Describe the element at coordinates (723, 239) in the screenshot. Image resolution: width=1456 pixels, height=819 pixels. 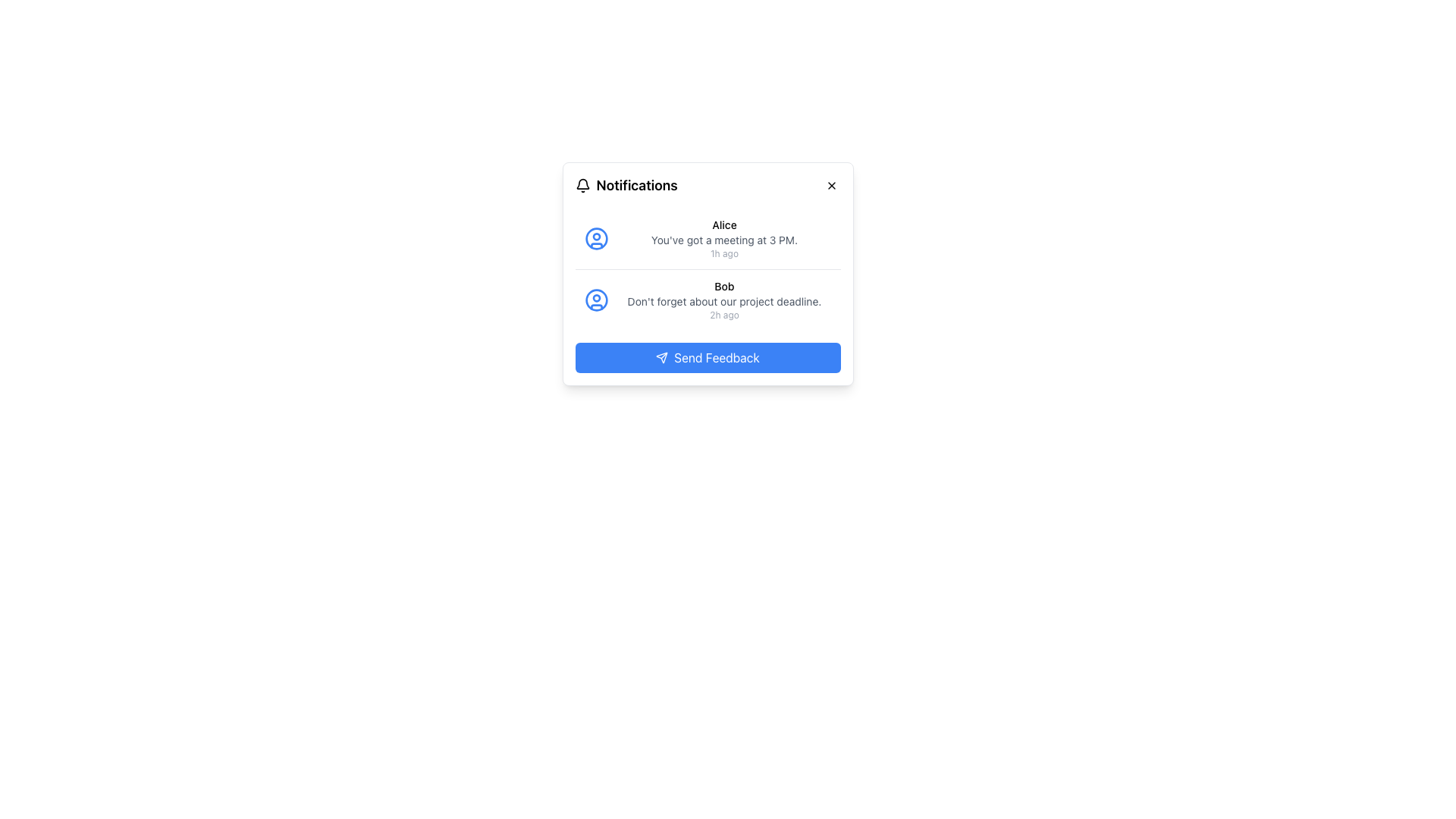
I see `the notification list item featuring 'Alice' with the message 'You've got a meeting at 3 PM.'` at that location.